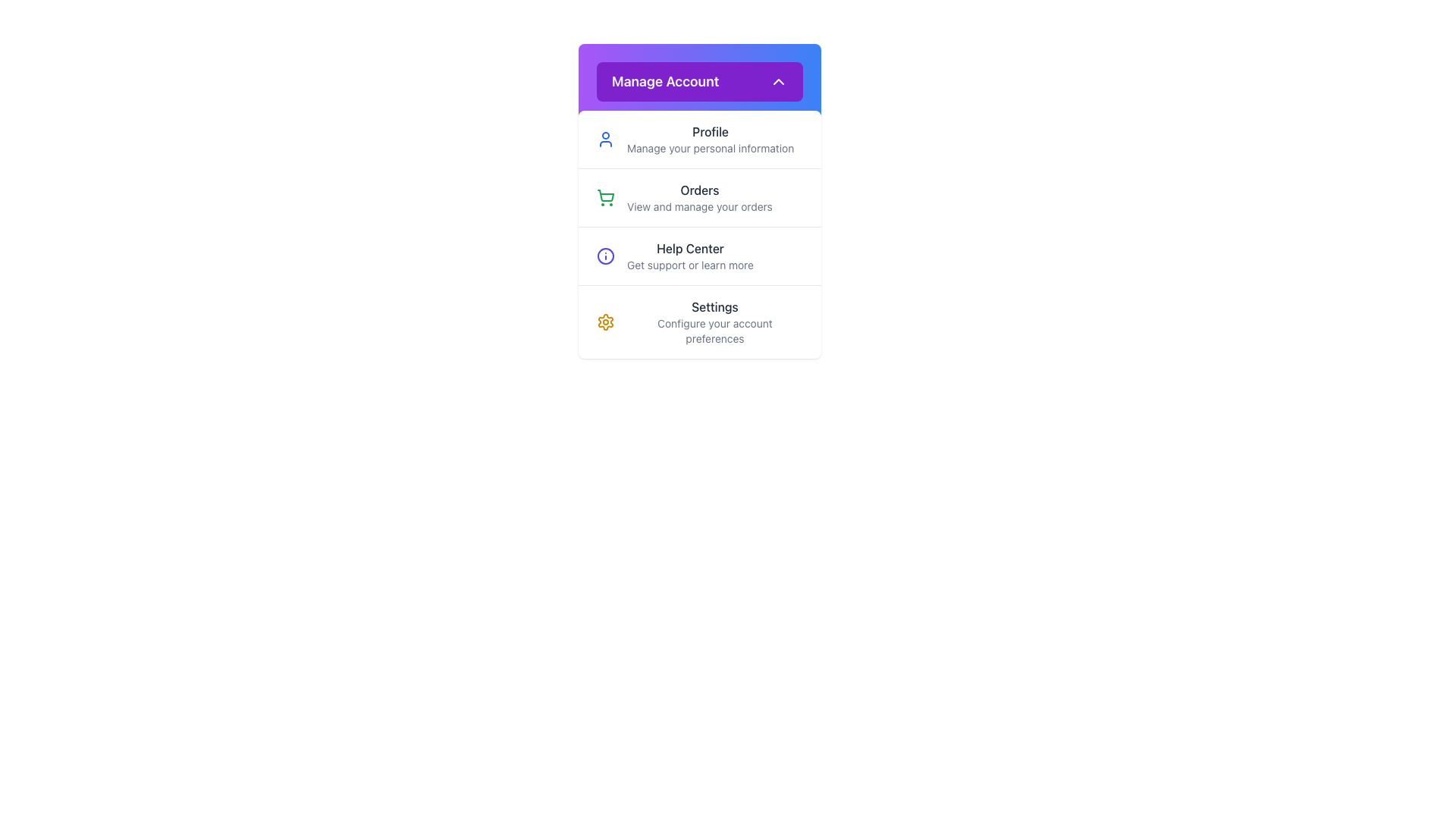 The image size is (1456, 819). What do you see at coordinates (698, 255) in the screenshot?
I see `the 'Help Center' menu item, which is the third item in the 'Manage Account' section, featuring bold text and a purple circular information icon` at bounding box center [698, 255].